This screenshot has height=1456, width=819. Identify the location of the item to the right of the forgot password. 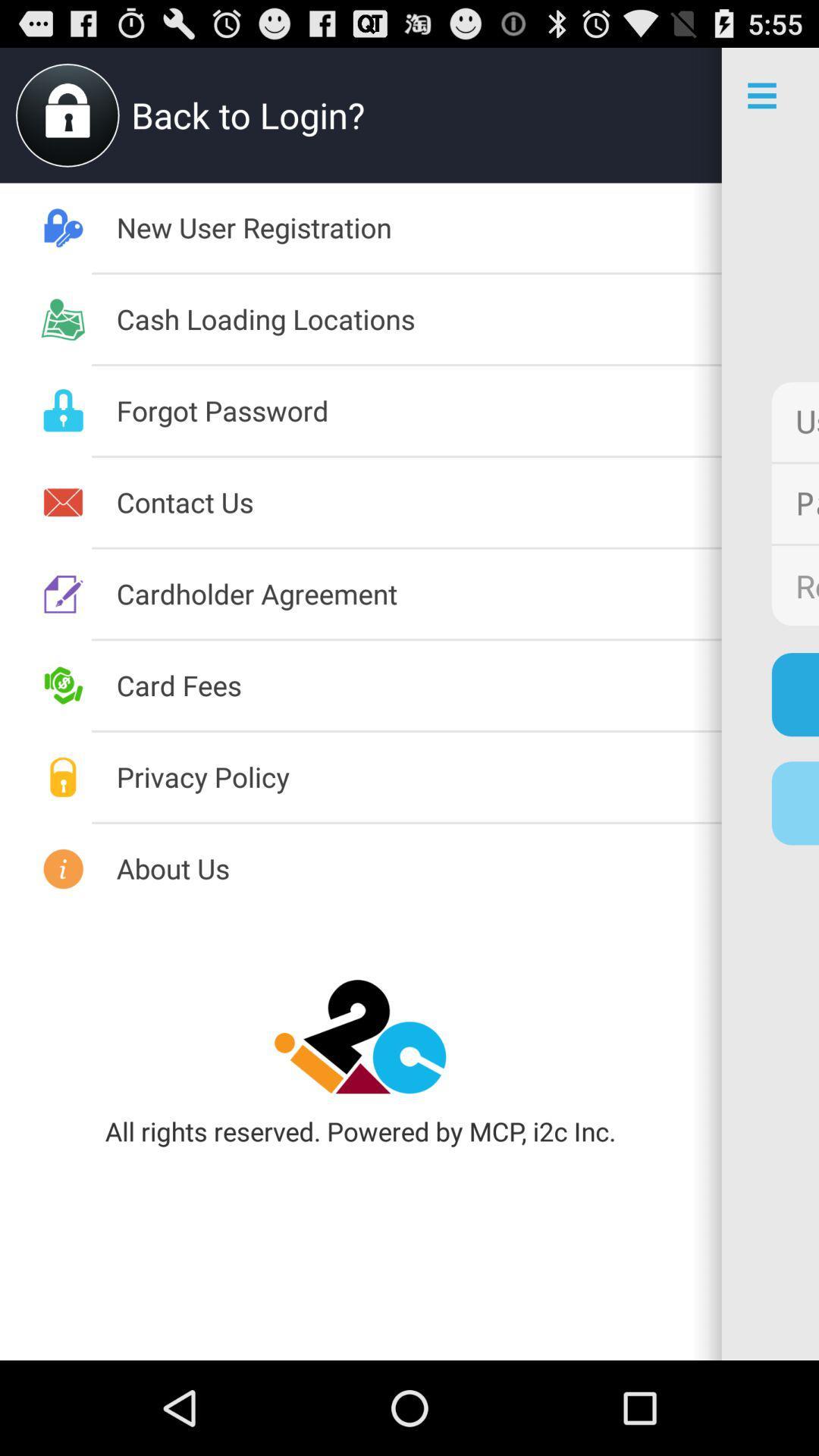
(794, 422).